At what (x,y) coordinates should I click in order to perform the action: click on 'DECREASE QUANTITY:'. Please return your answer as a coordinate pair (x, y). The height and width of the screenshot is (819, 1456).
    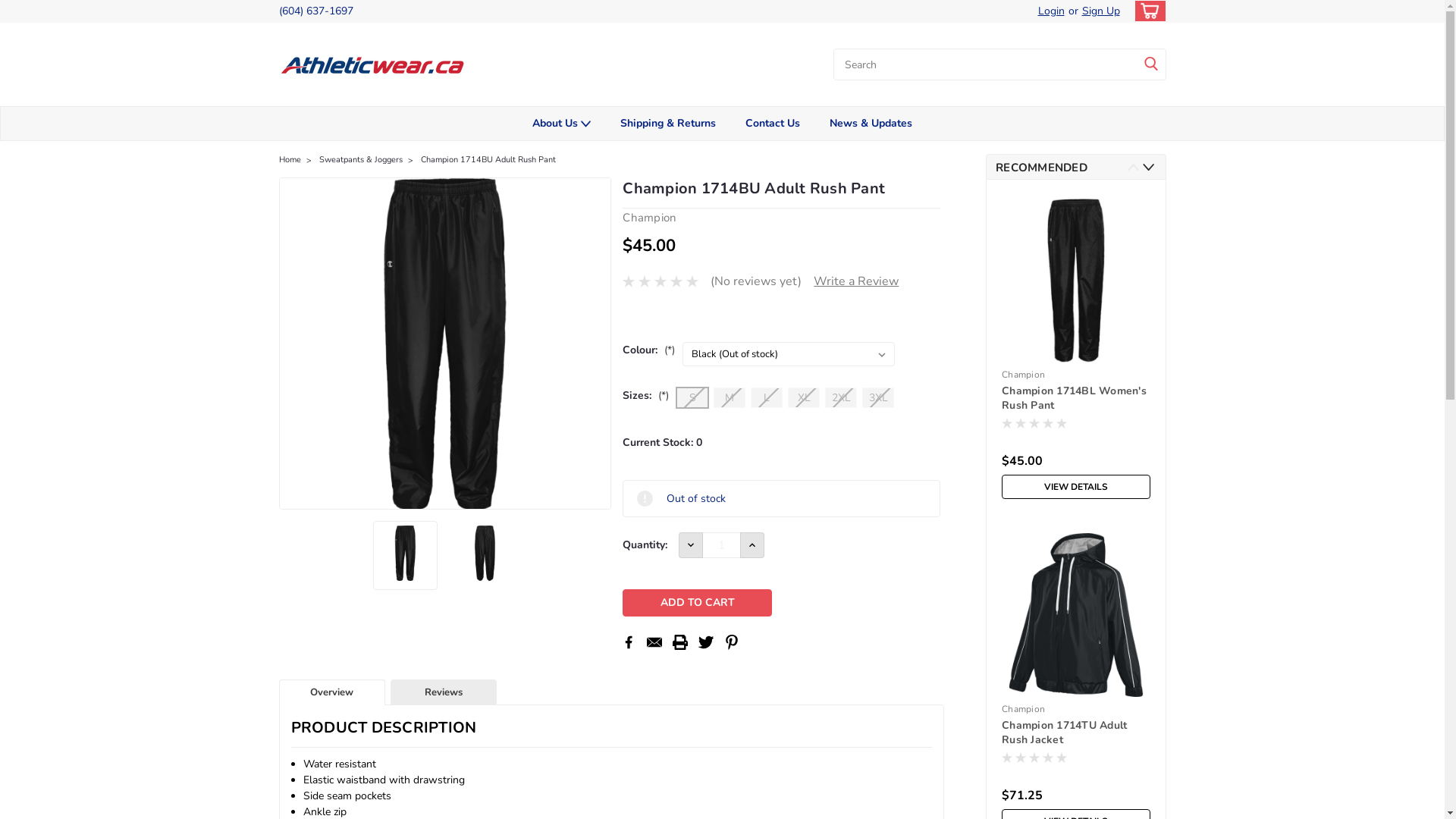
    Looking at the image, I should click on (690, 544).